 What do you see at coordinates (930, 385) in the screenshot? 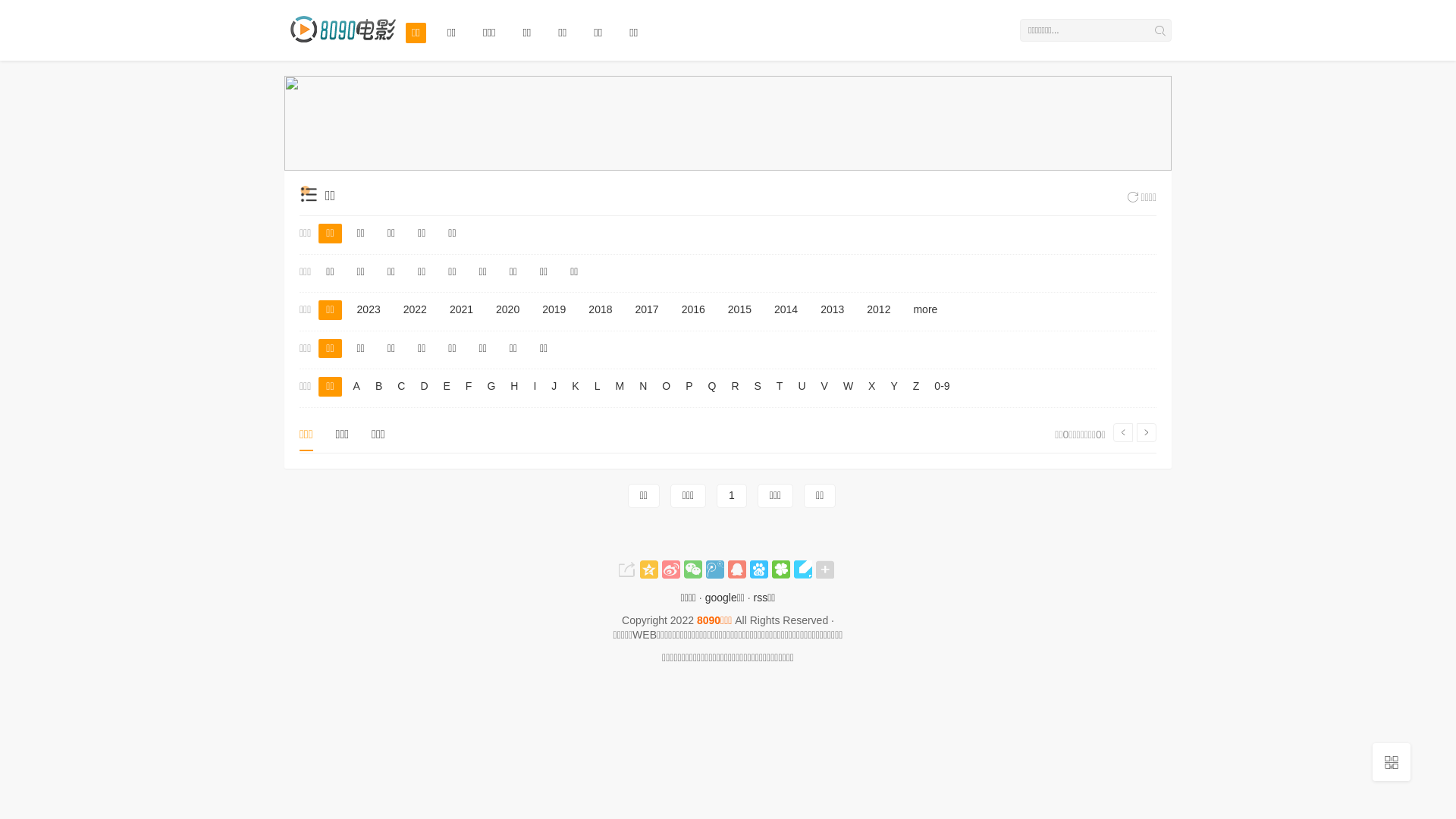
I see `'0-9'` at bounding box center [930, 385].